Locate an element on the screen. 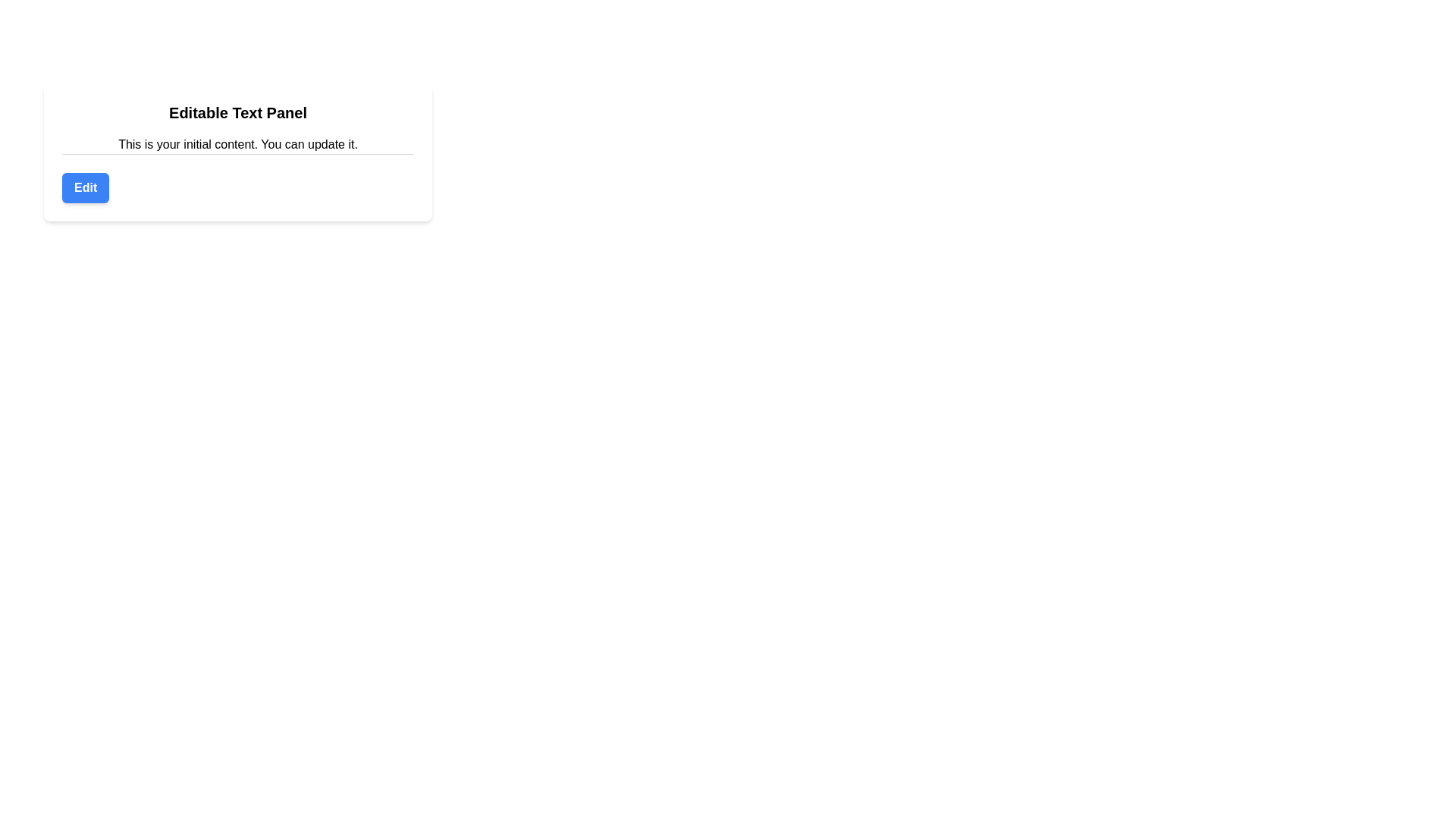 The image size is (1456, 819). the text display element that shows 'This is your initial content. You can update it.' which is centrally located below the title 'Editable Text Panel' and above the 'Edit' button is located at coordinates (237, 145).